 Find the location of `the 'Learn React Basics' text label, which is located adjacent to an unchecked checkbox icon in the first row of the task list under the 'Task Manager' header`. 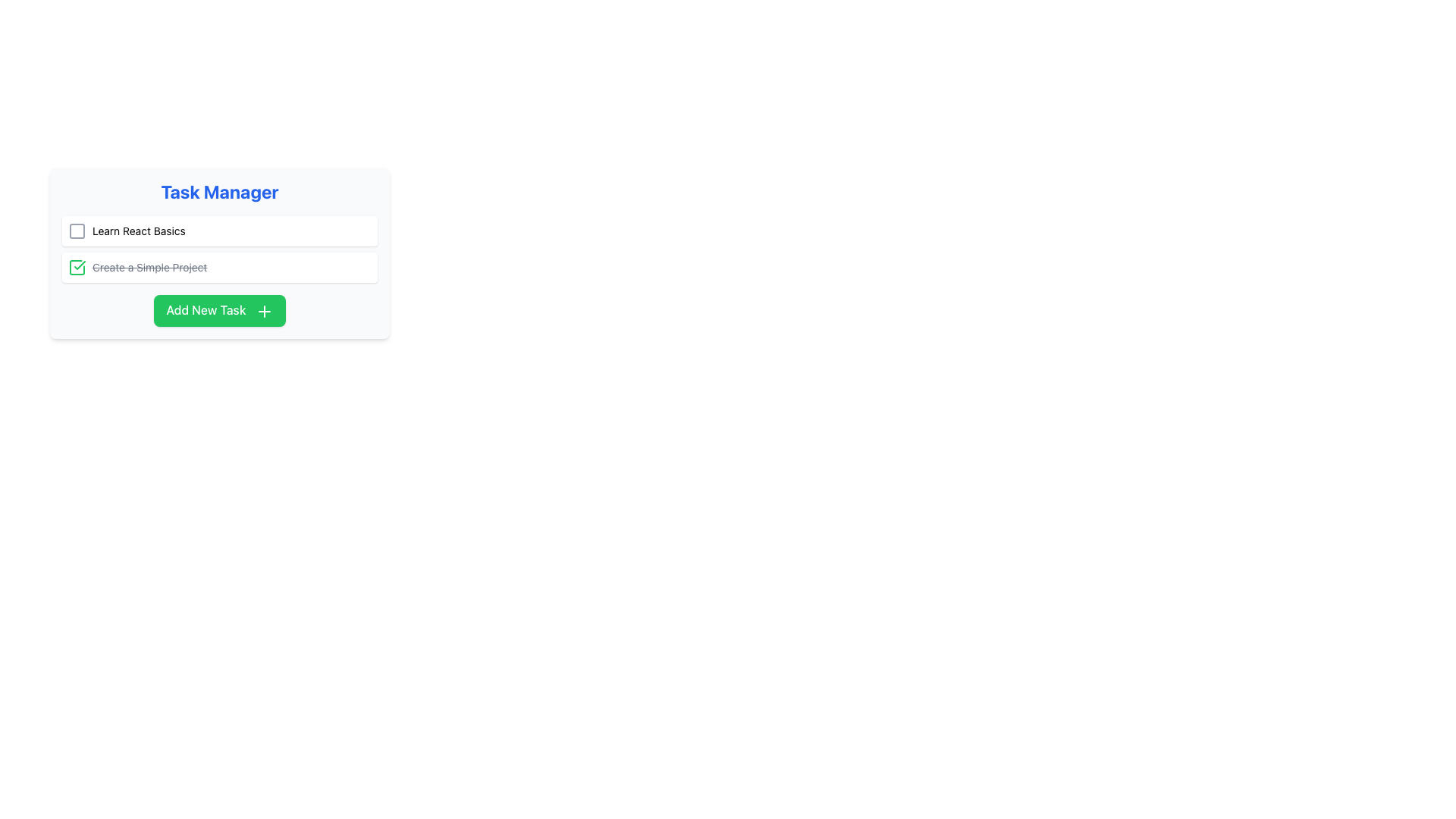

the 'Learn React Basics' text label, which is located adjacent to an unchecked checkbox icon in the first row of the task list under the 'Task Manager' header is located at coordinates (139, 231).